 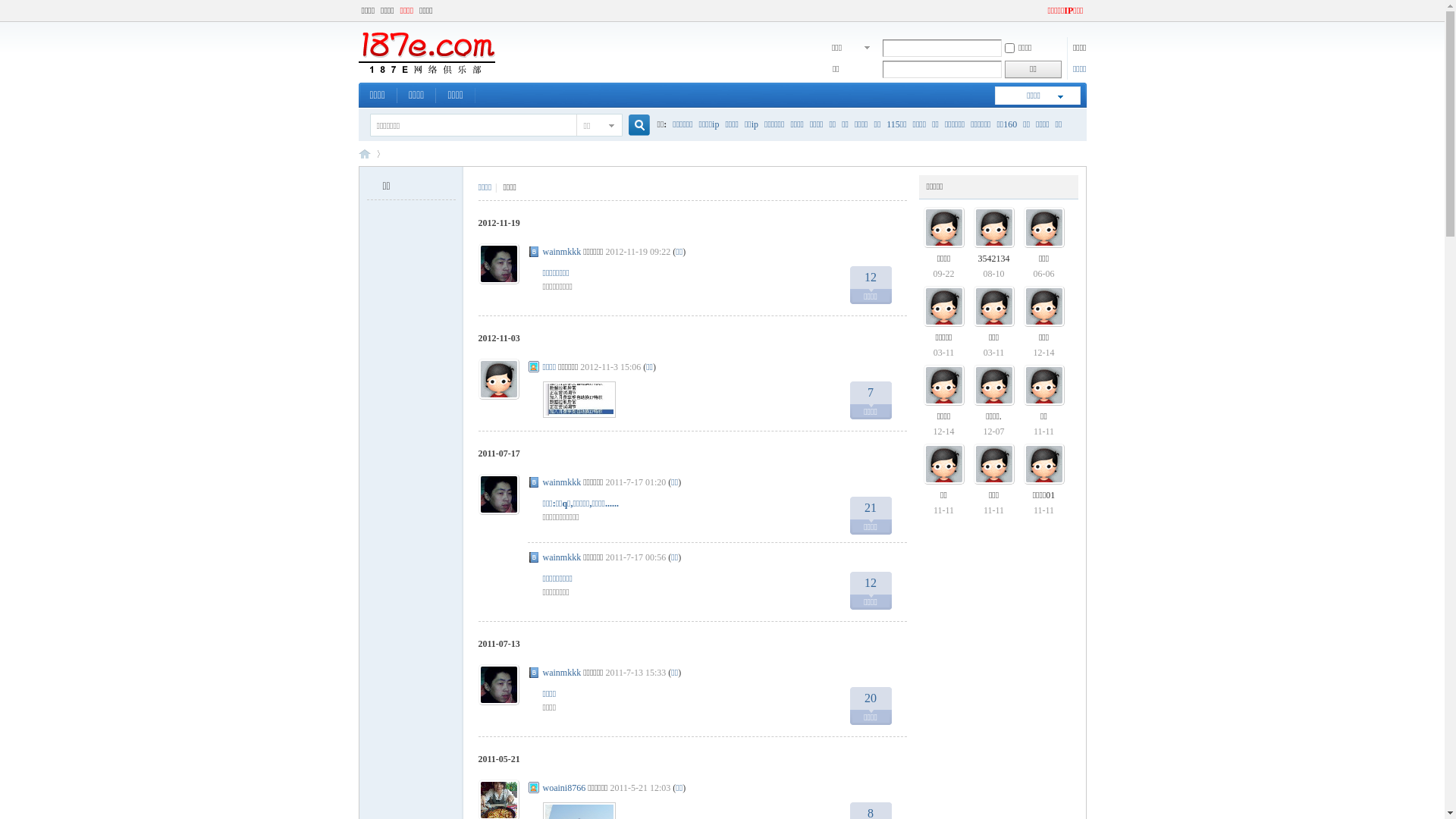 I want to click on '3542134', so click(x=978, y=257).